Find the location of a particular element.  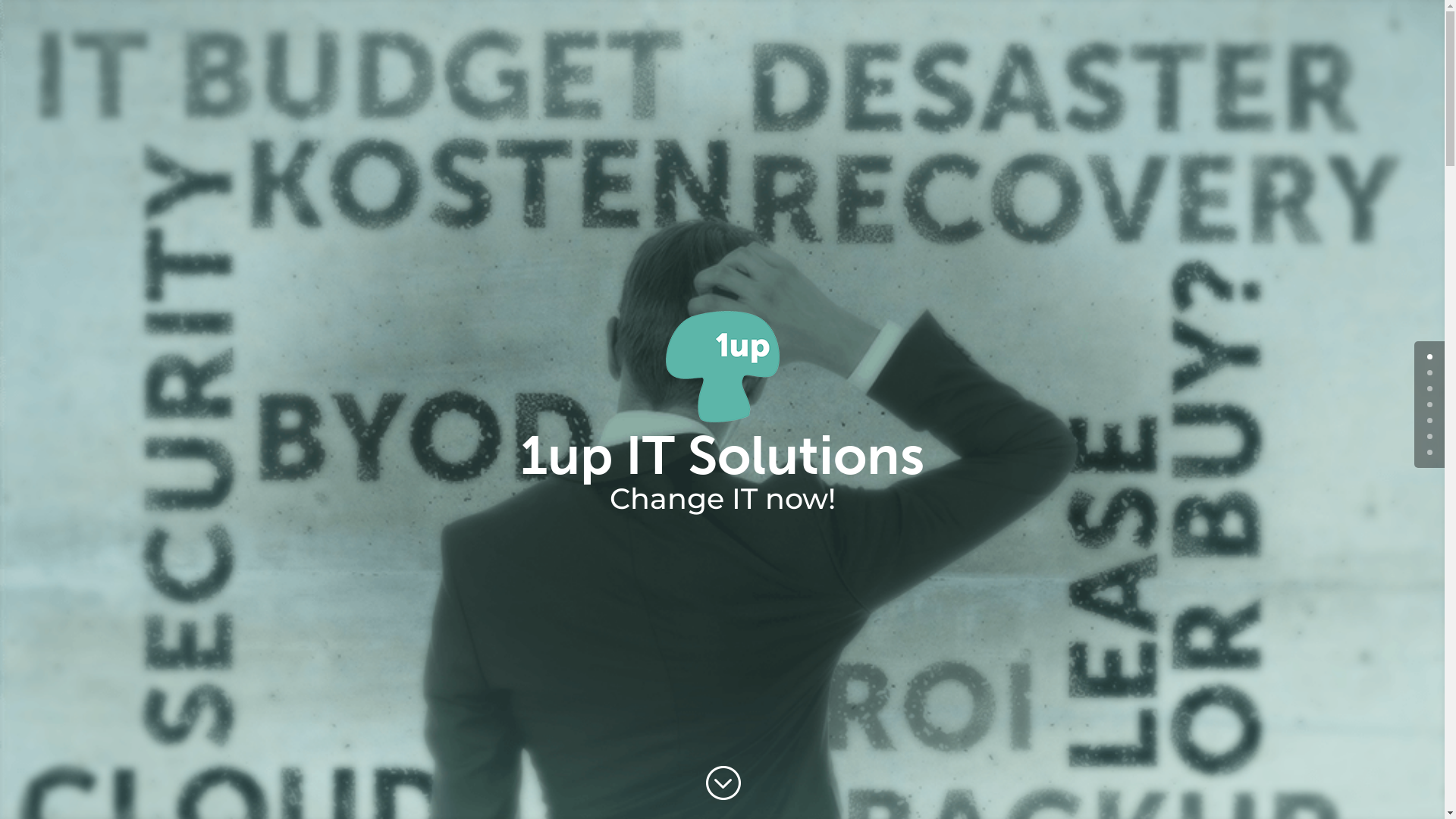

'4' is located at coordinates (1429, 420).